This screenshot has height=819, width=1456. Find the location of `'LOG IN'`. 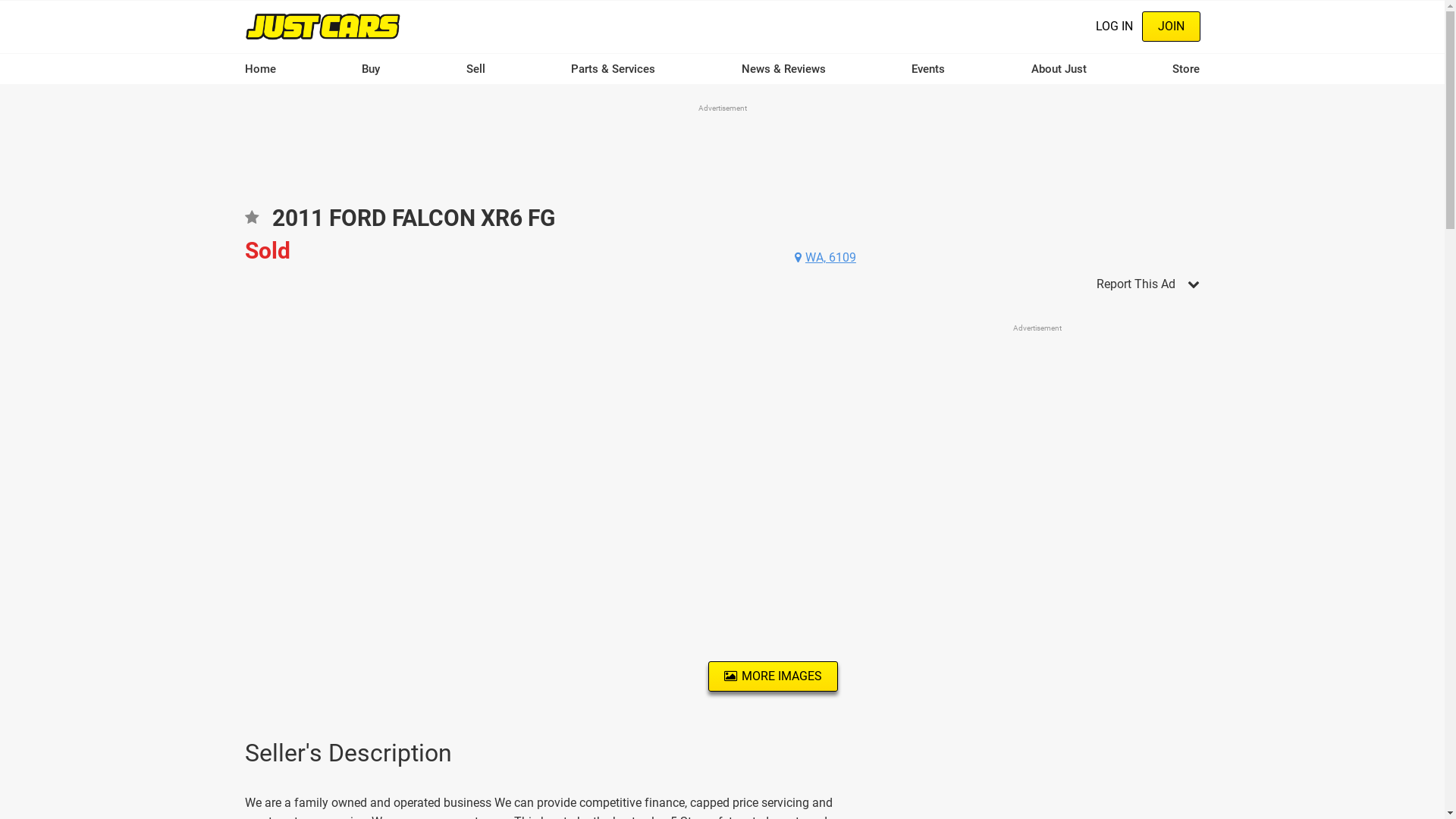

'LOG IN' is located at coordinates (1113, 26).